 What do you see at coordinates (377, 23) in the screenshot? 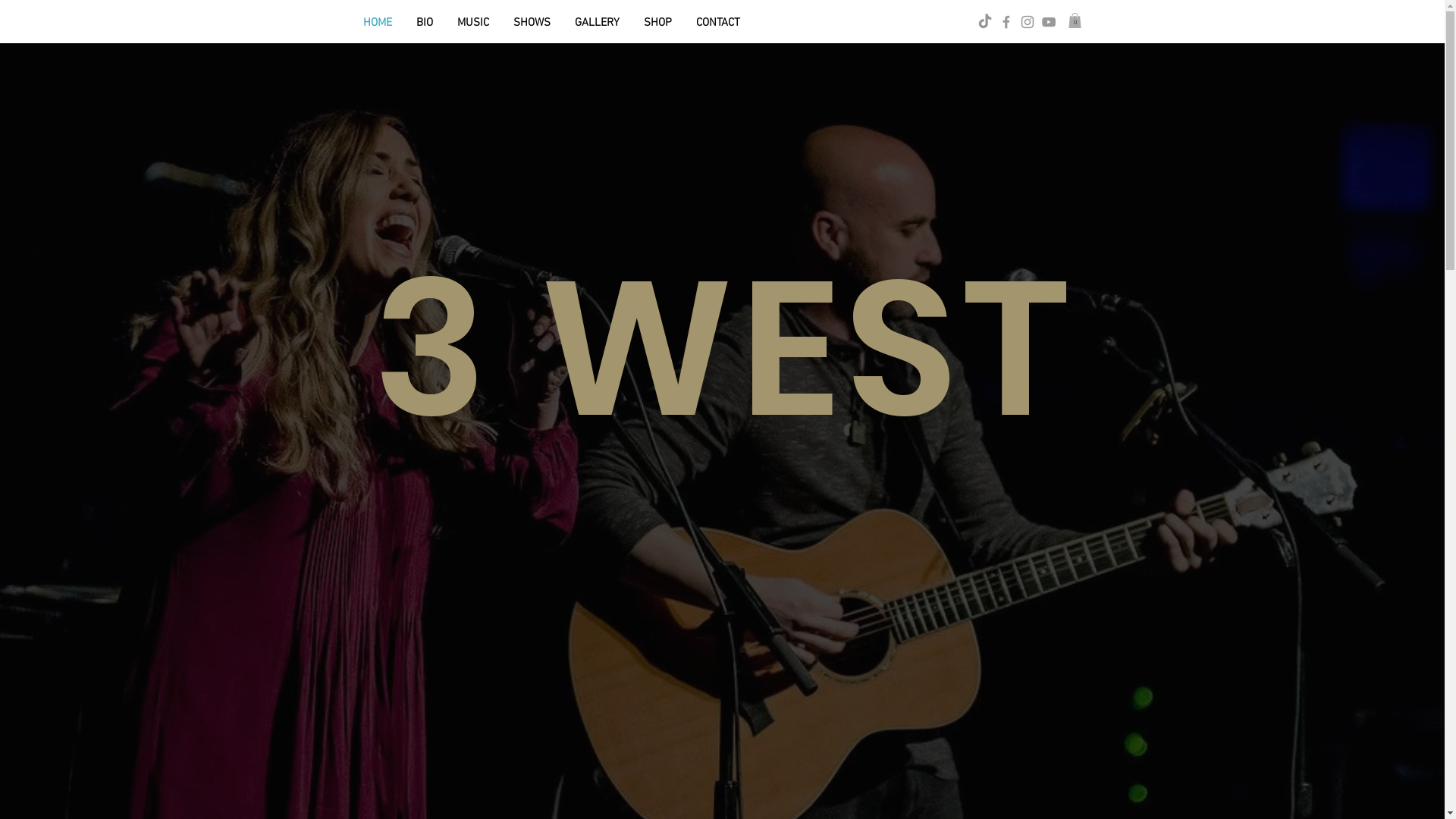
I see `'HOME'` at bounding box center [377, 23].